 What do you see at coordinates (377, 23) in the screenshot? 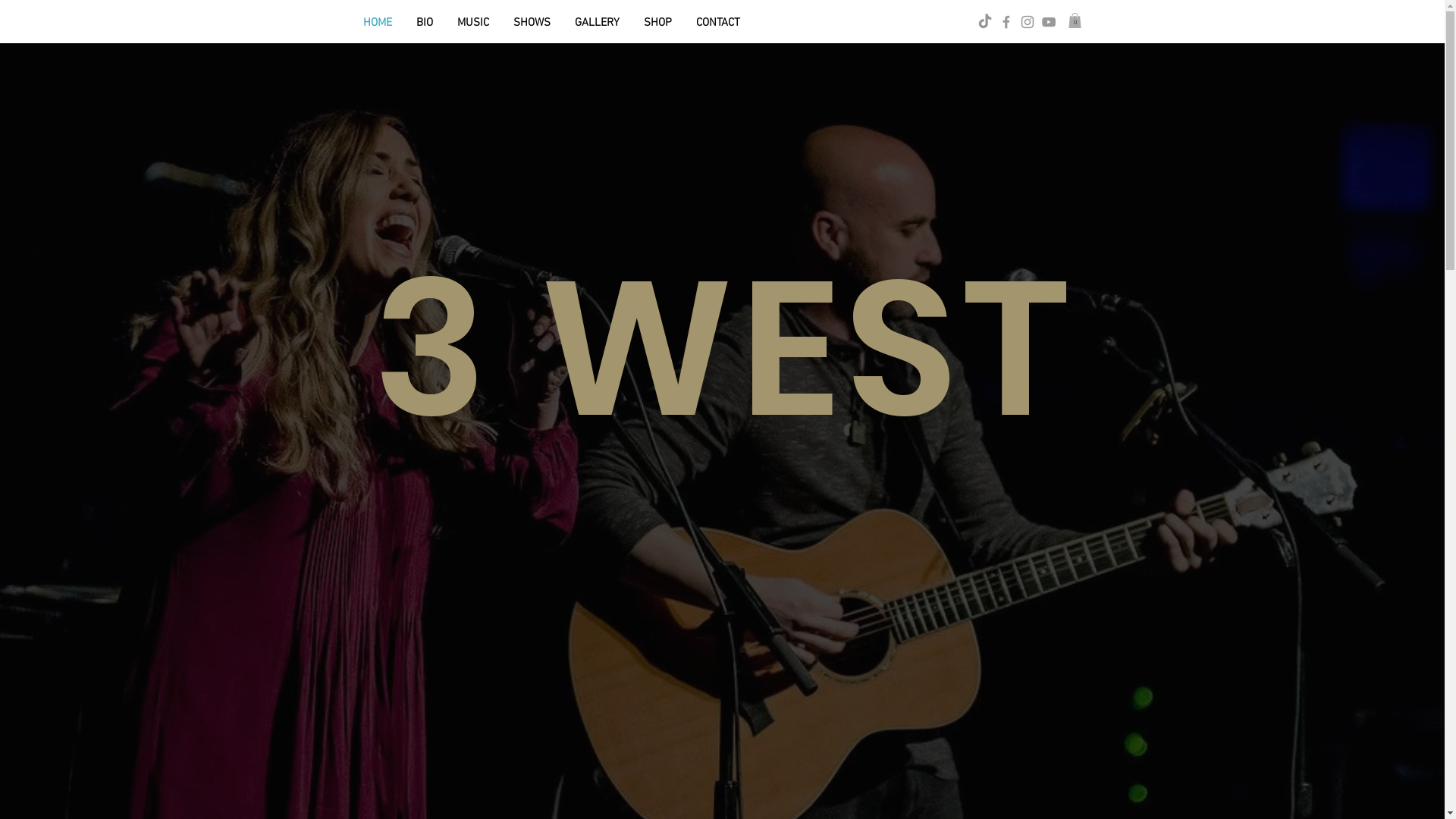
I see `'HOME'` at bounding box center [377, 23].